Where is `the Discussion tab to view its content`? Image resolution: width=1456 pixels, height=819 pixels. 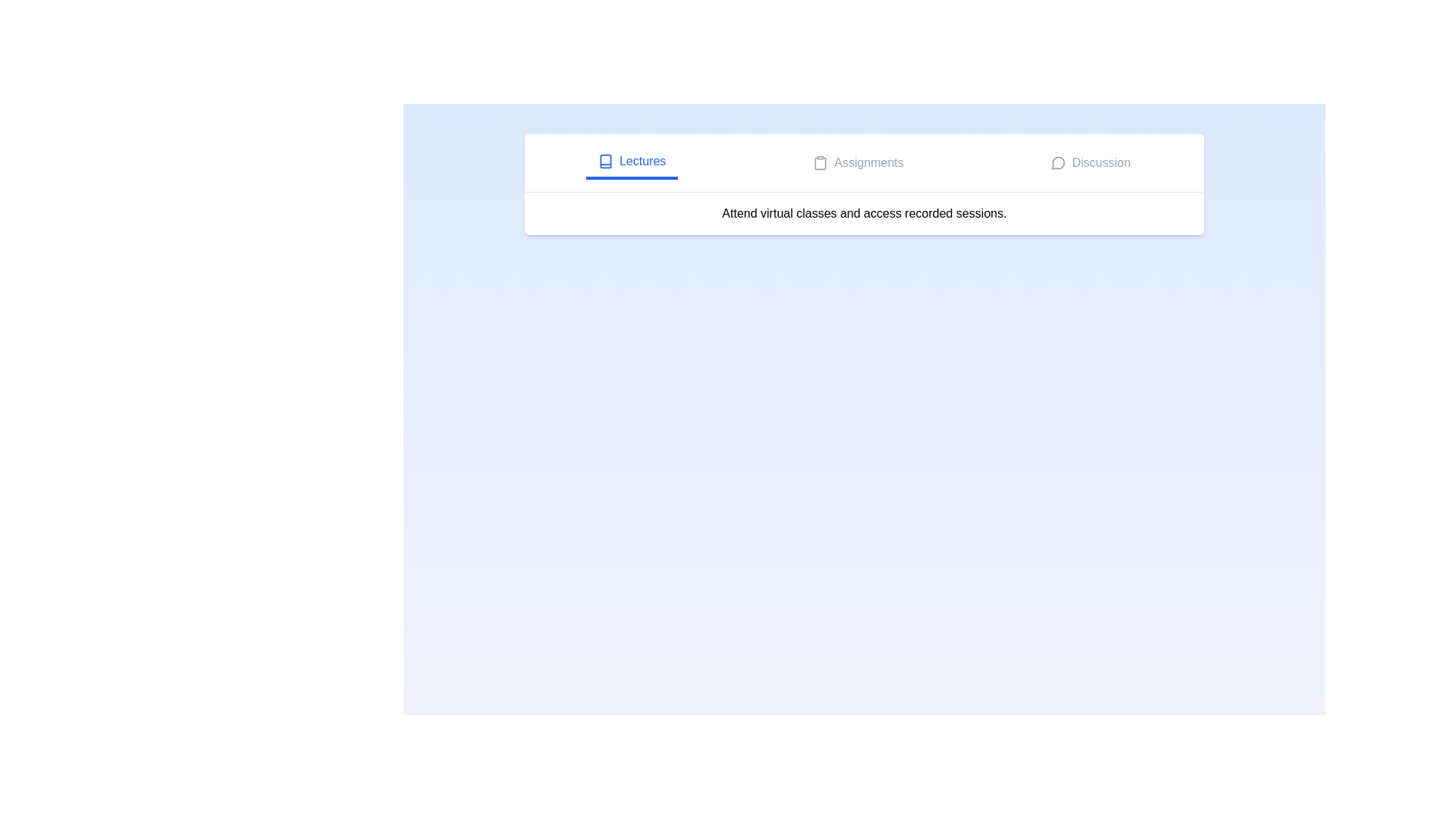 the Discussion tab to view its content is located at coordinates (1090, 163).